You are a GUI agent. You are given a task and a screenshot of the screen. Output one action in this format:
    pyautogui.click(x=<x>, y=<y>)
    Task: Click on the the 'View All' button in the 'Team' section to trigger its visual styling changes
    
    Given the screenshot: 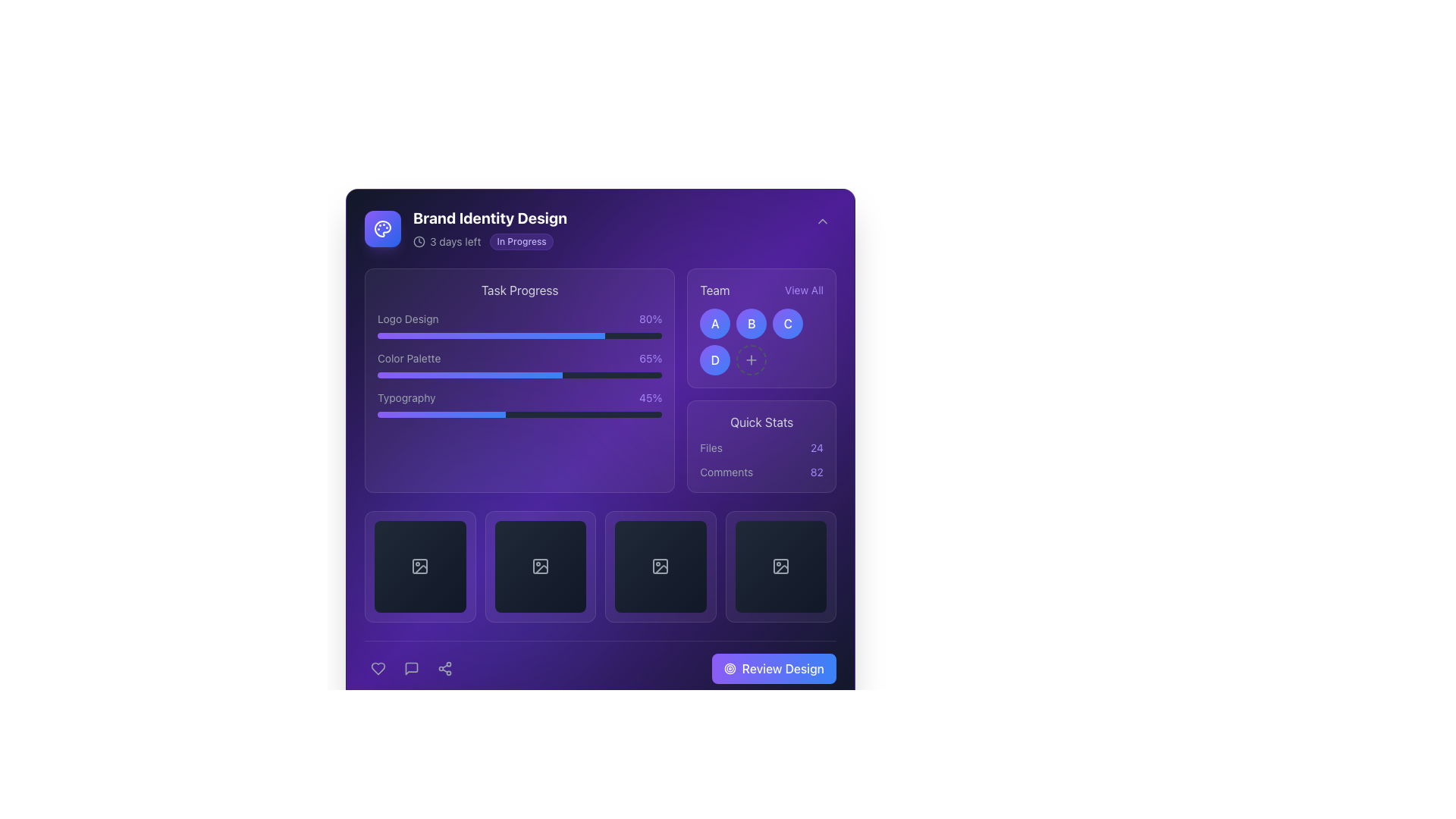 What is the action you would take?
    pyautogui.click(x=803, y=290)
    